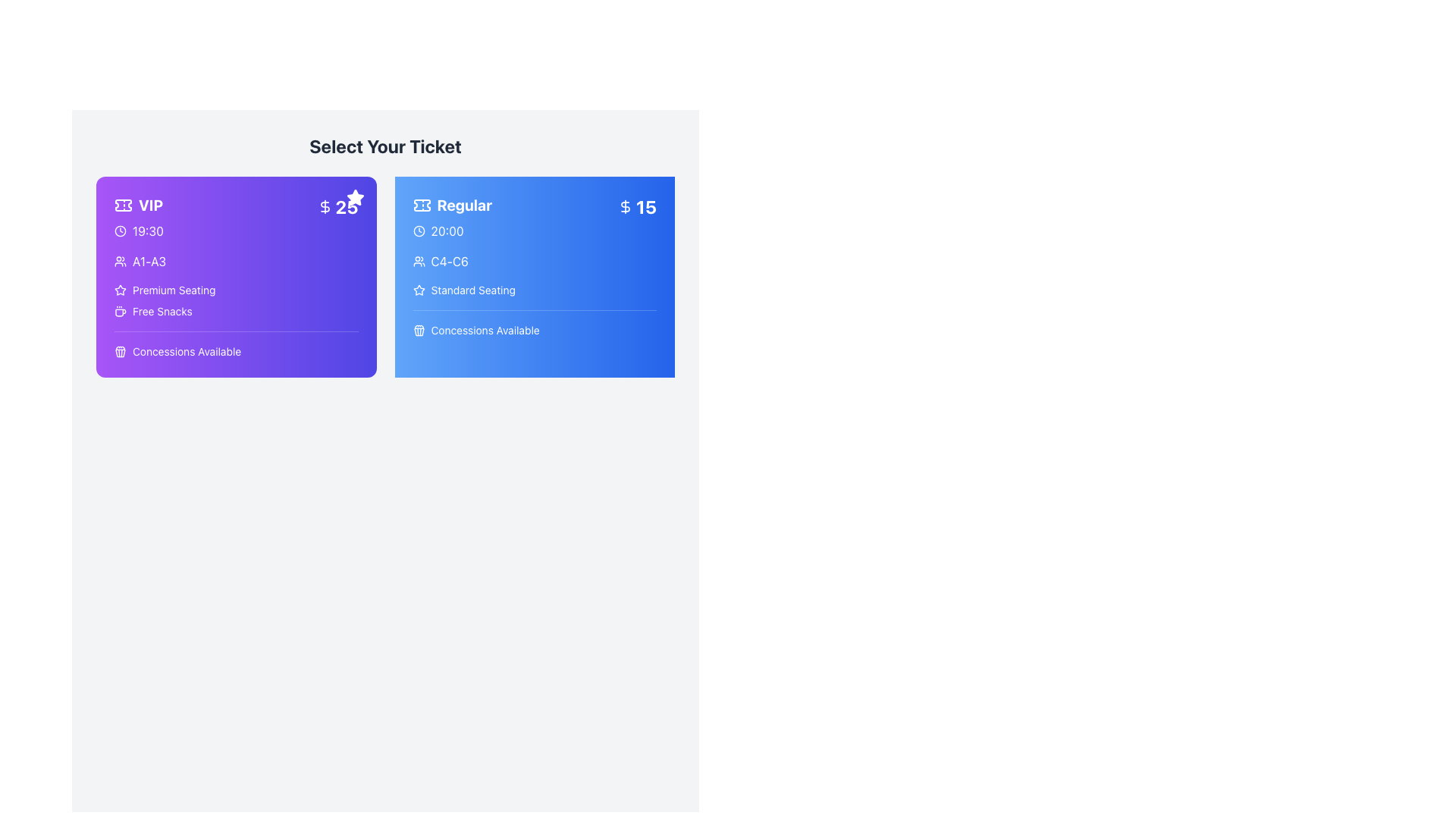 The height and width of the screenshot is (819, 1456). Describe the element at coordinates (419, 290) in the screenshot. I see `the decorative star icon located to the left of the 'Standard Seating' label in the 'Regular' ticket card, indicating a special feature` at that location.